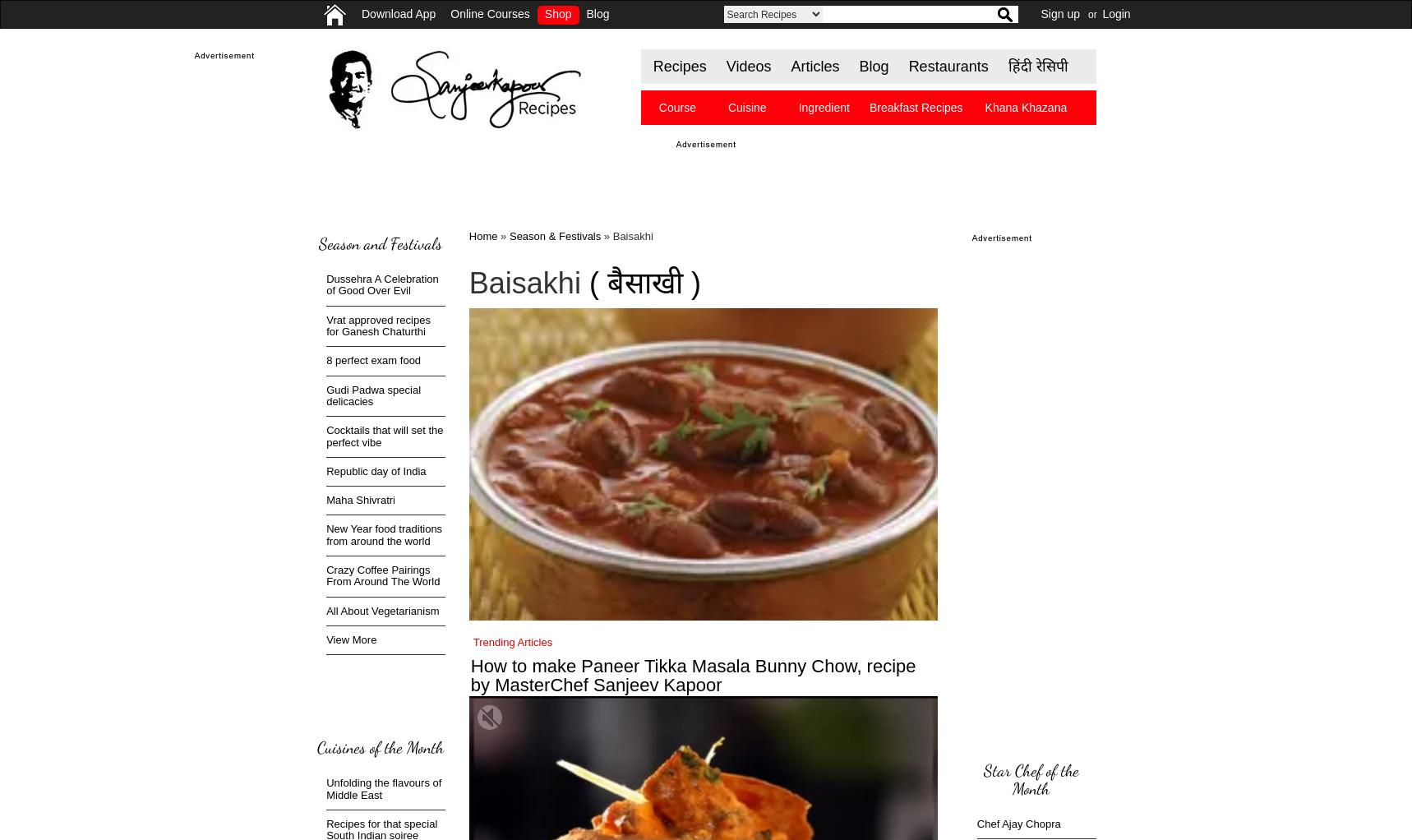  I want to click on 'Ingredient', so click(798, 108).